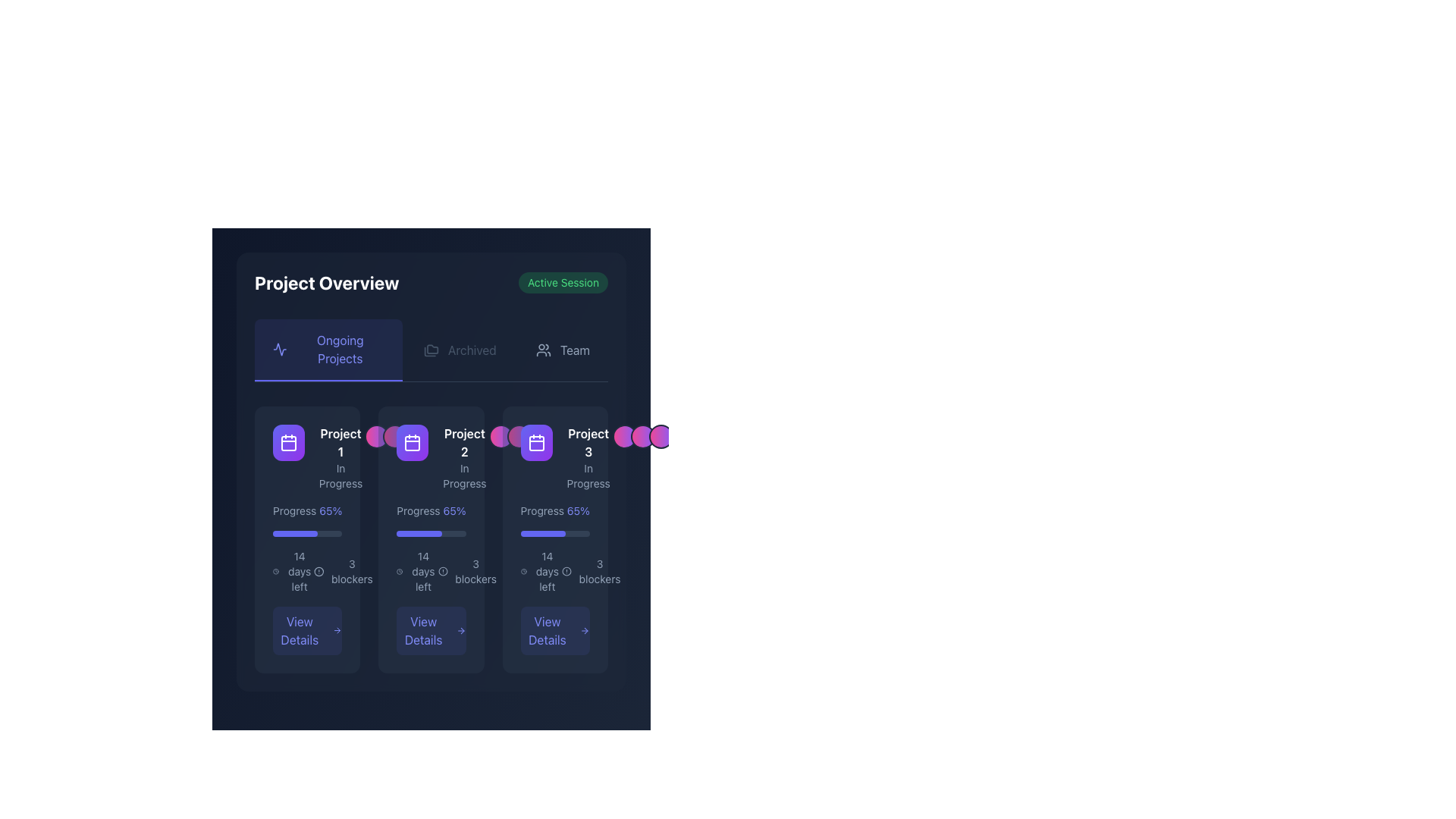 The image size is (1456, 819). I want to click on the calendar icon located within the 'Project 2' card in the 'Ongoing Projects' section, so click(413, 442).